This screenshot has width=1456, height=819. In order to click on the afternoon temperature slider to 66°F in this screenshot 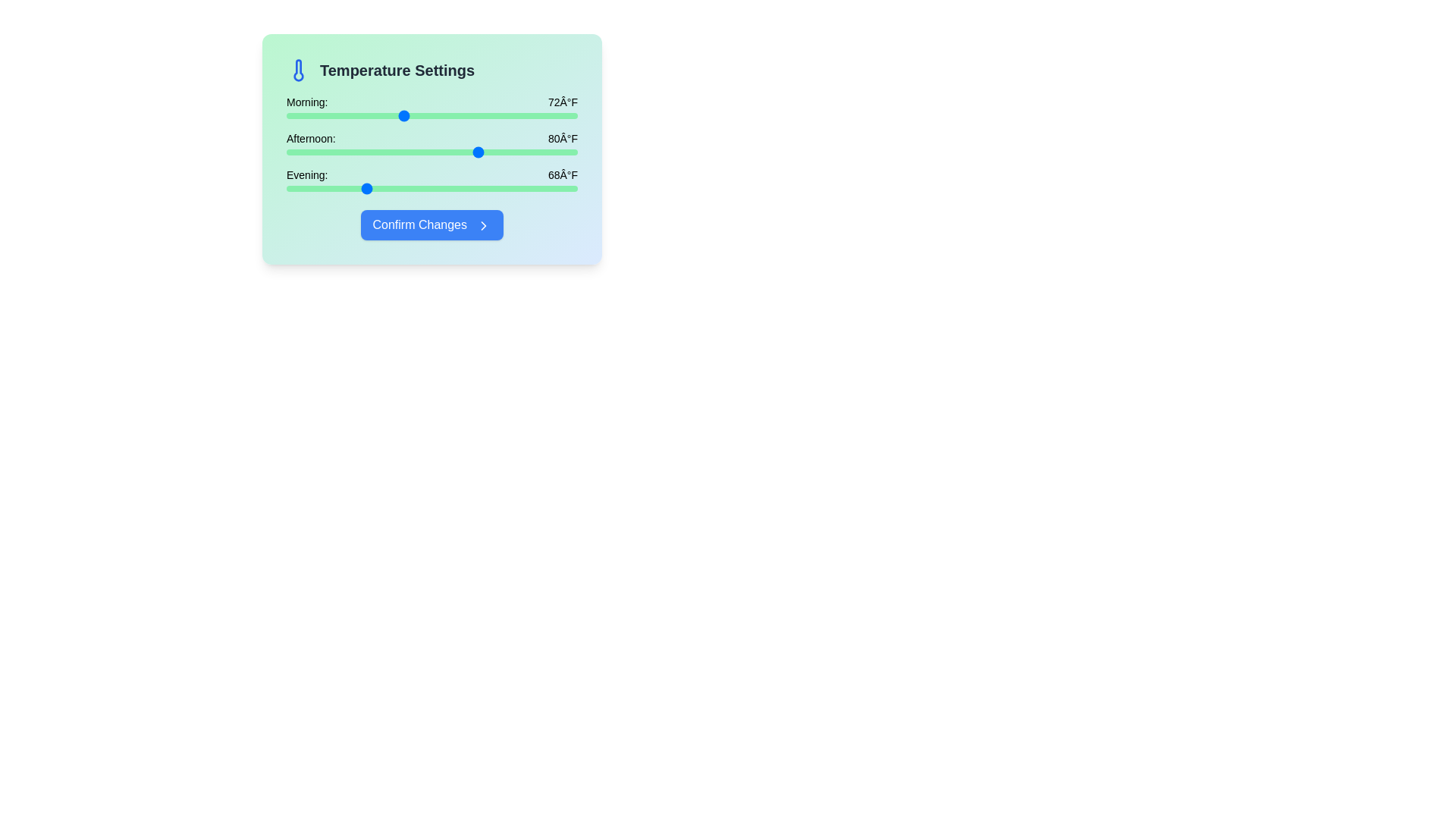, I will do `click(344, 152)`.